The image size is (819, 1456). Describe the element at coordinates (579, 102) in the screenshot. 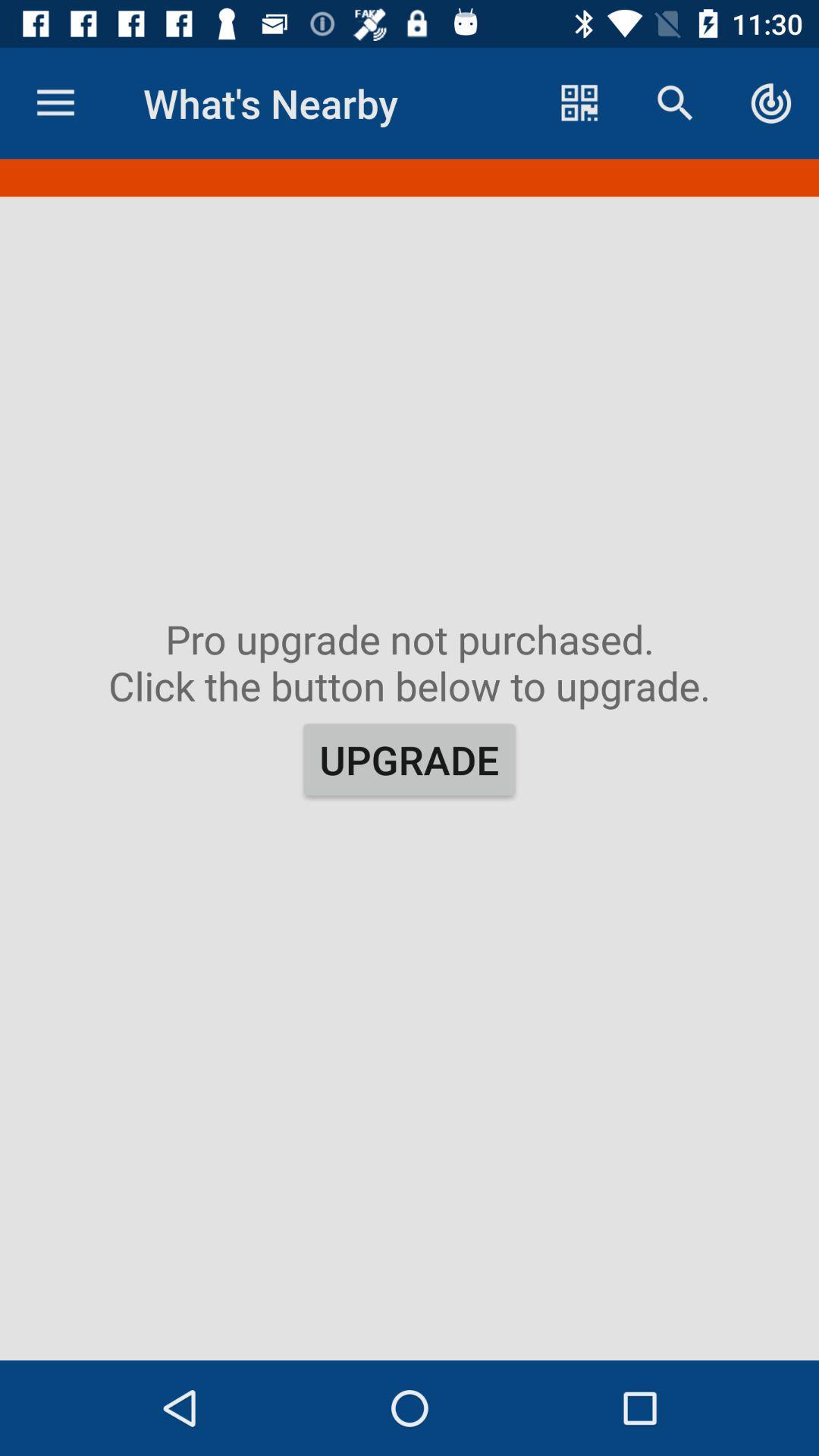

I see `the icon next to the what's nearby` at that location.